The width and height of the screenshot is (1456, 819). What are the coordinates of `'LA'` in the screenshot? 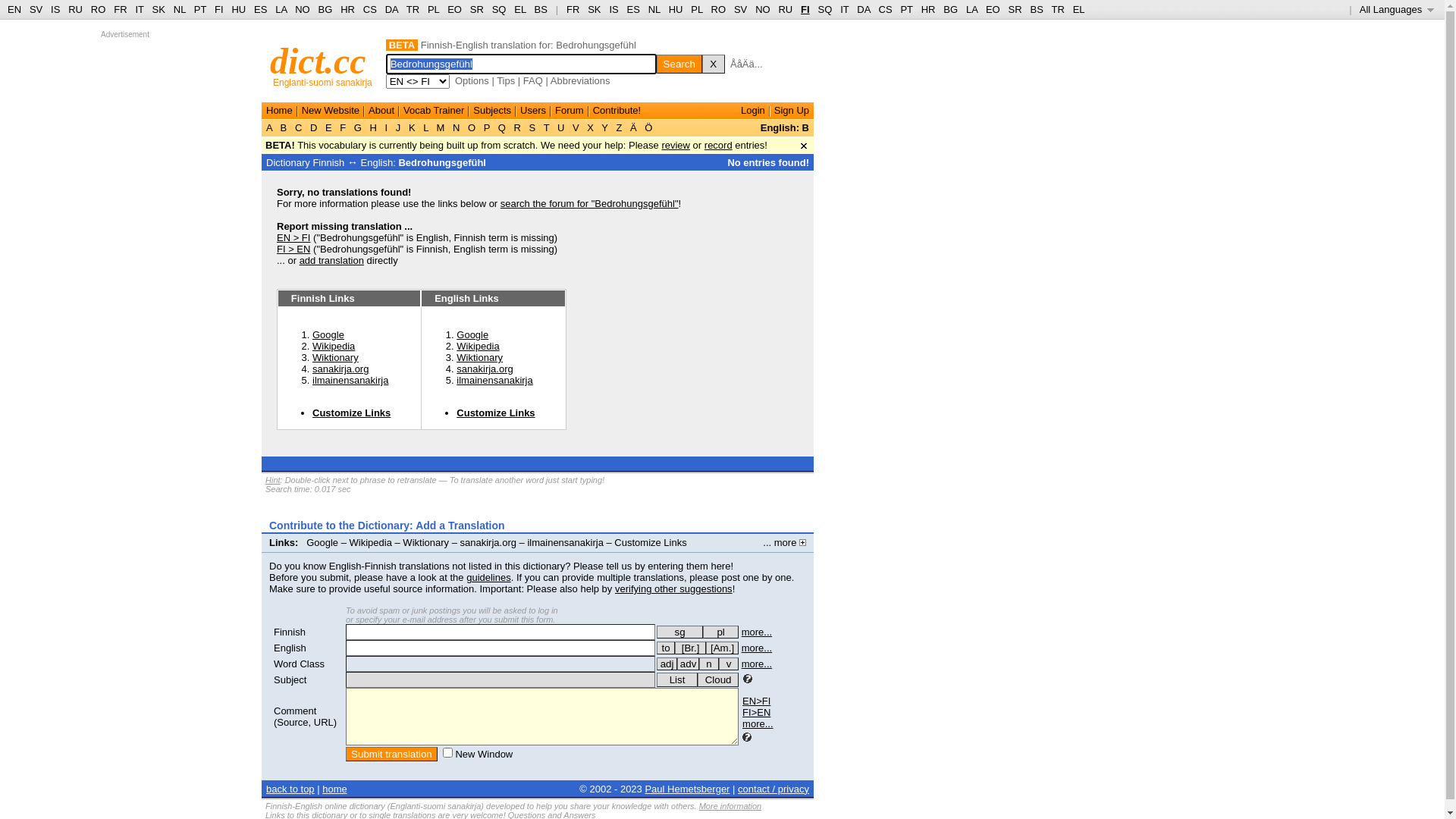 It's located at (965, 9).